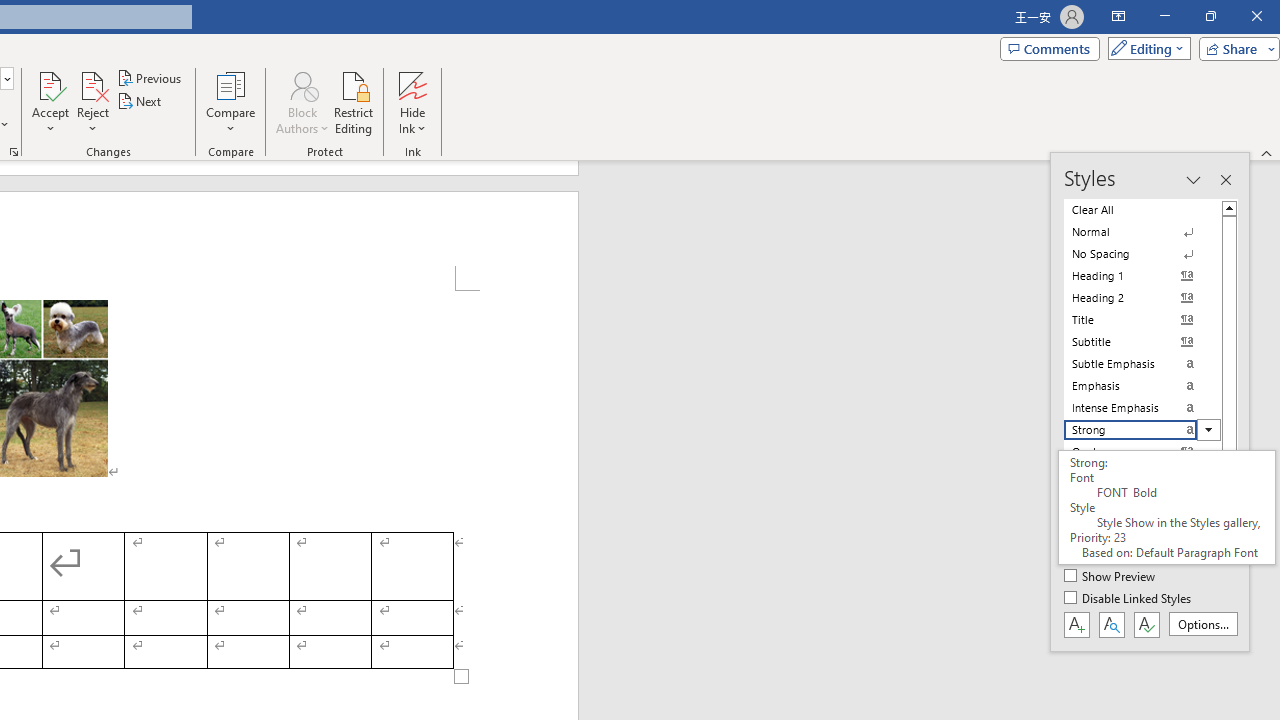 Image resolution: width=1280 pixels, height=720 pixels. What do you see at coordinates (1142, 385) in the screenshot?
I see `'Emphasis'` at bounding box center [1142, 385].